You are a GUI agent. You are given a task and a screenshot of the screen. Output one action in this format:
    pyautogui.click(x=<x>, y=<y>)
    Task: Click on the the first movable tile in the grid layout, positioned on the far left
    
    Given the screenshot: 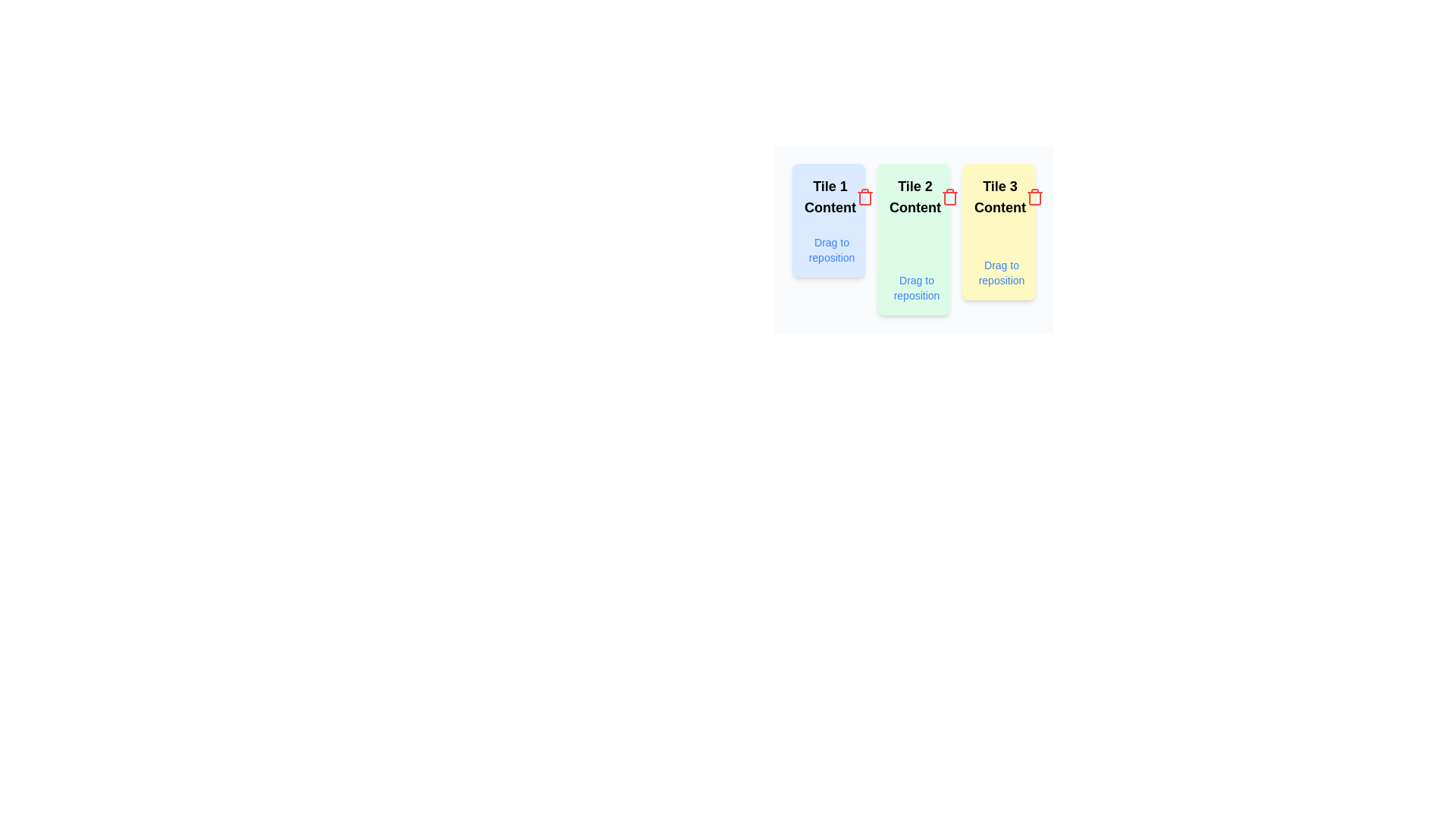 What is the action you would take?
    pyautogui.click(x=828, y=220)
    